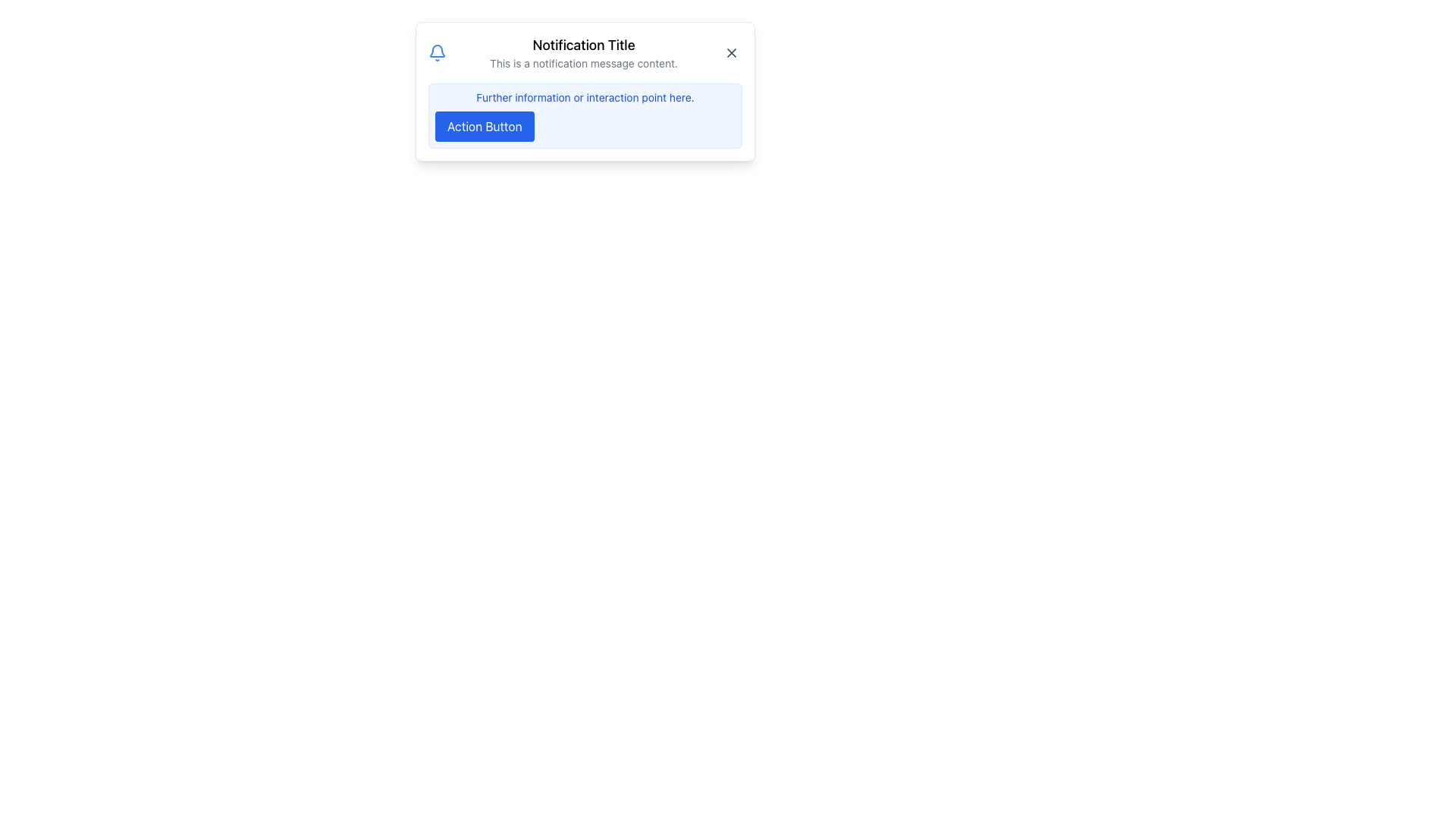  I want to click on the text component displaying 'Further information or interaction point here.' which is styled in blue and located near the top-center of the interface, so click(585, 97).